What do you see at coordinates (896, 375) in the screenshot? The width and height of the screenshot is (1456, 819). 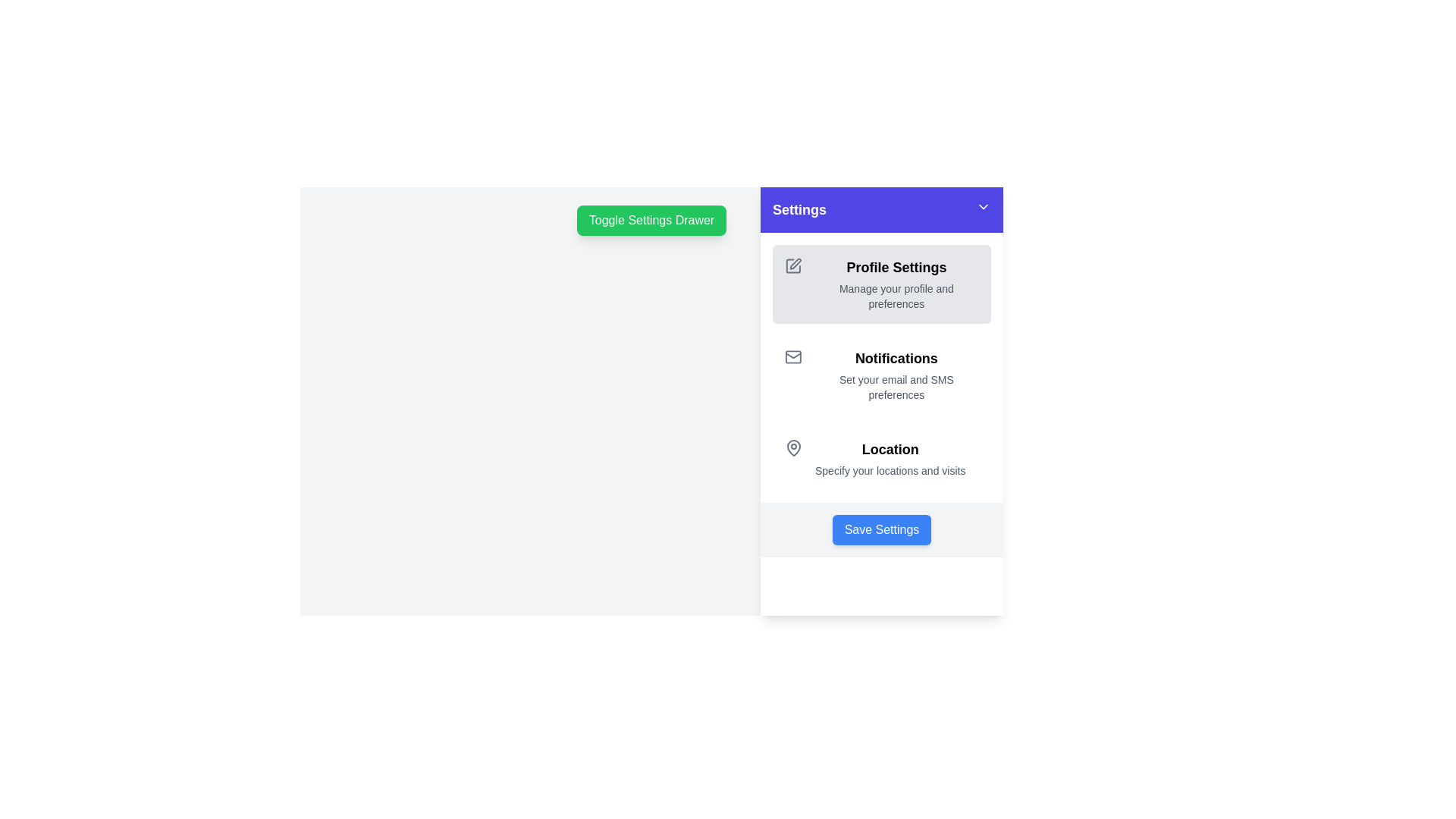 I see `the 'Notifications' informational text section element, which contains a bold title and descriptive text, located in the sidebar settings` at bounding box center [896, 375].